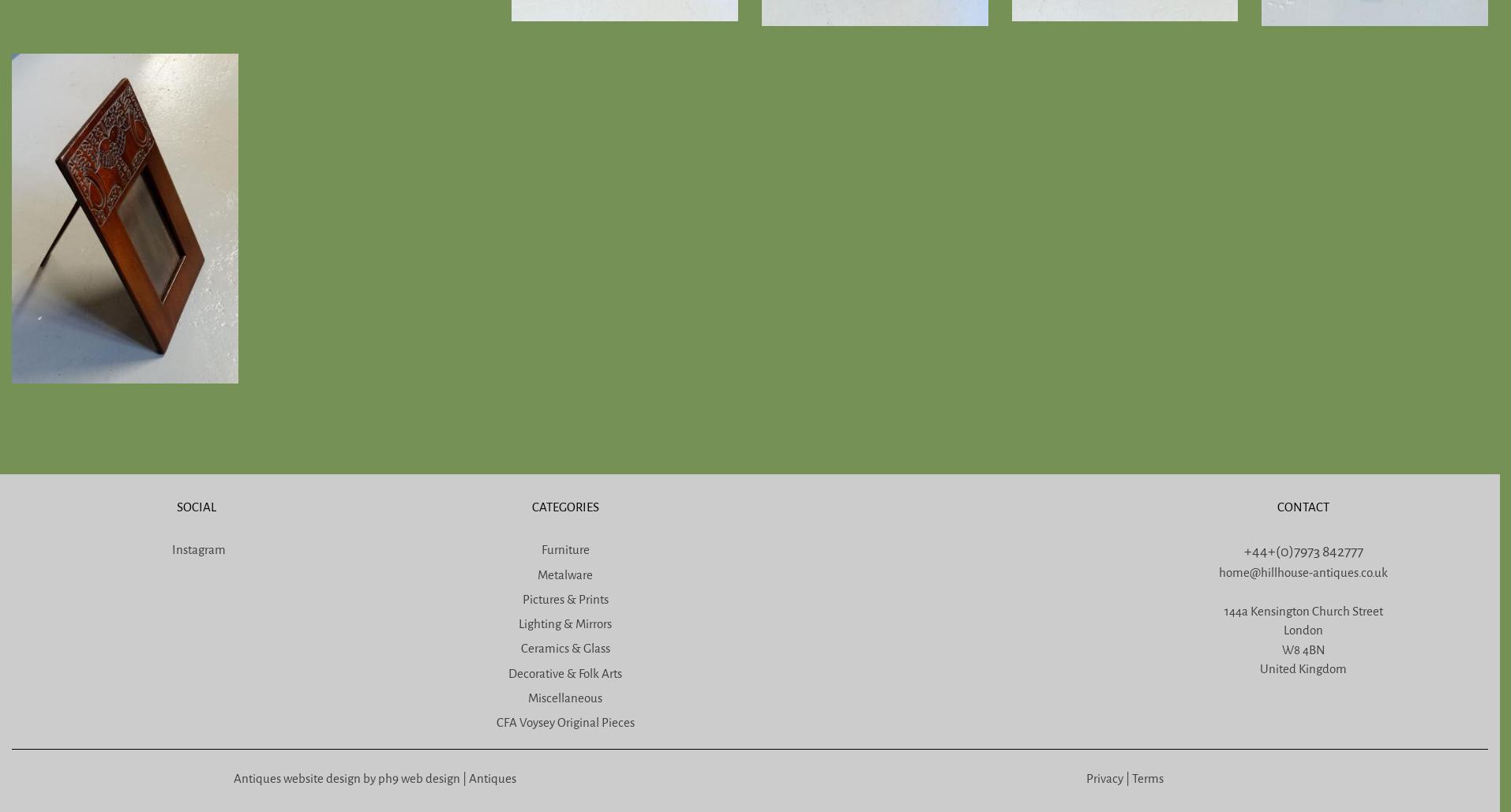 The height and width of the screenshot is (812, 1511). What do you see at coordinates (491, 776) in the screenshot?
I see `'Antiques'` at bounding box center [491, 776].